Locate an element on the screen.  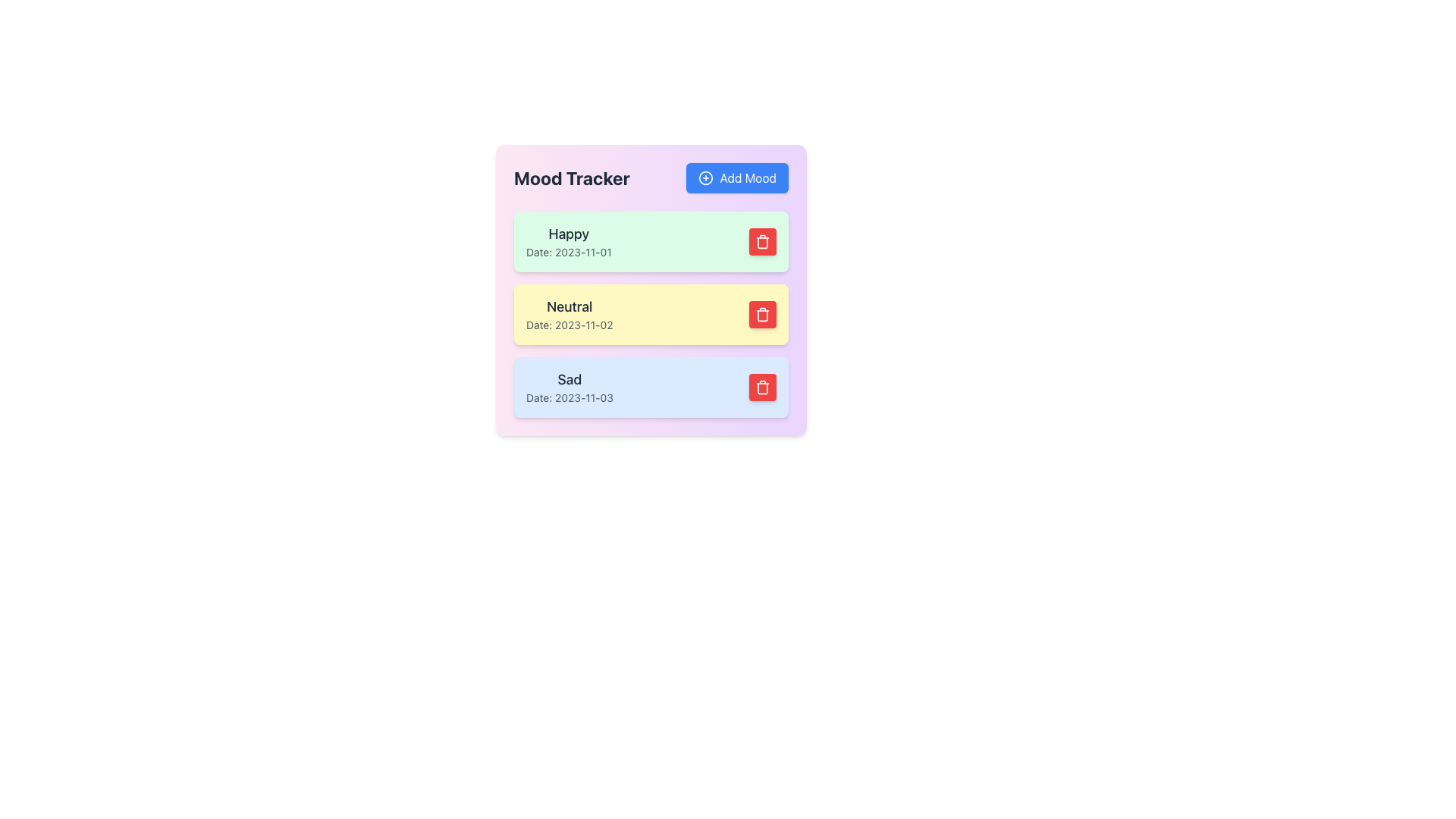
the delete icon, which is a red circular button located at the far-right end of the yellow item labeled 'Neutral' in the list of mood entries is located at coordinates (763, 314).